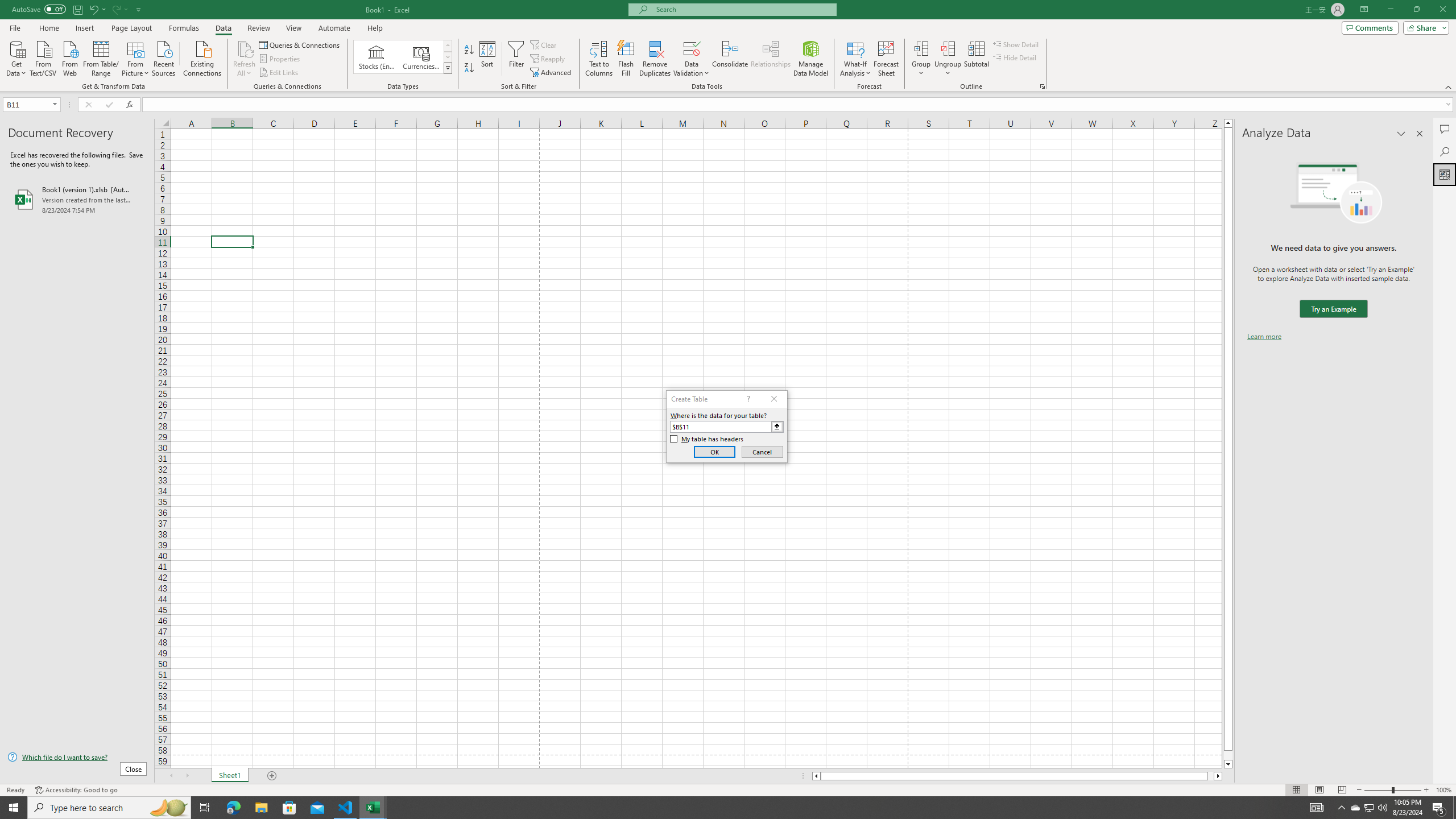 The height and width of the screenshot is (819, 1456). Describe the element at coordinates (77, 9) in the screenshot. I see `'Quick Access Toolbar'` at that location.